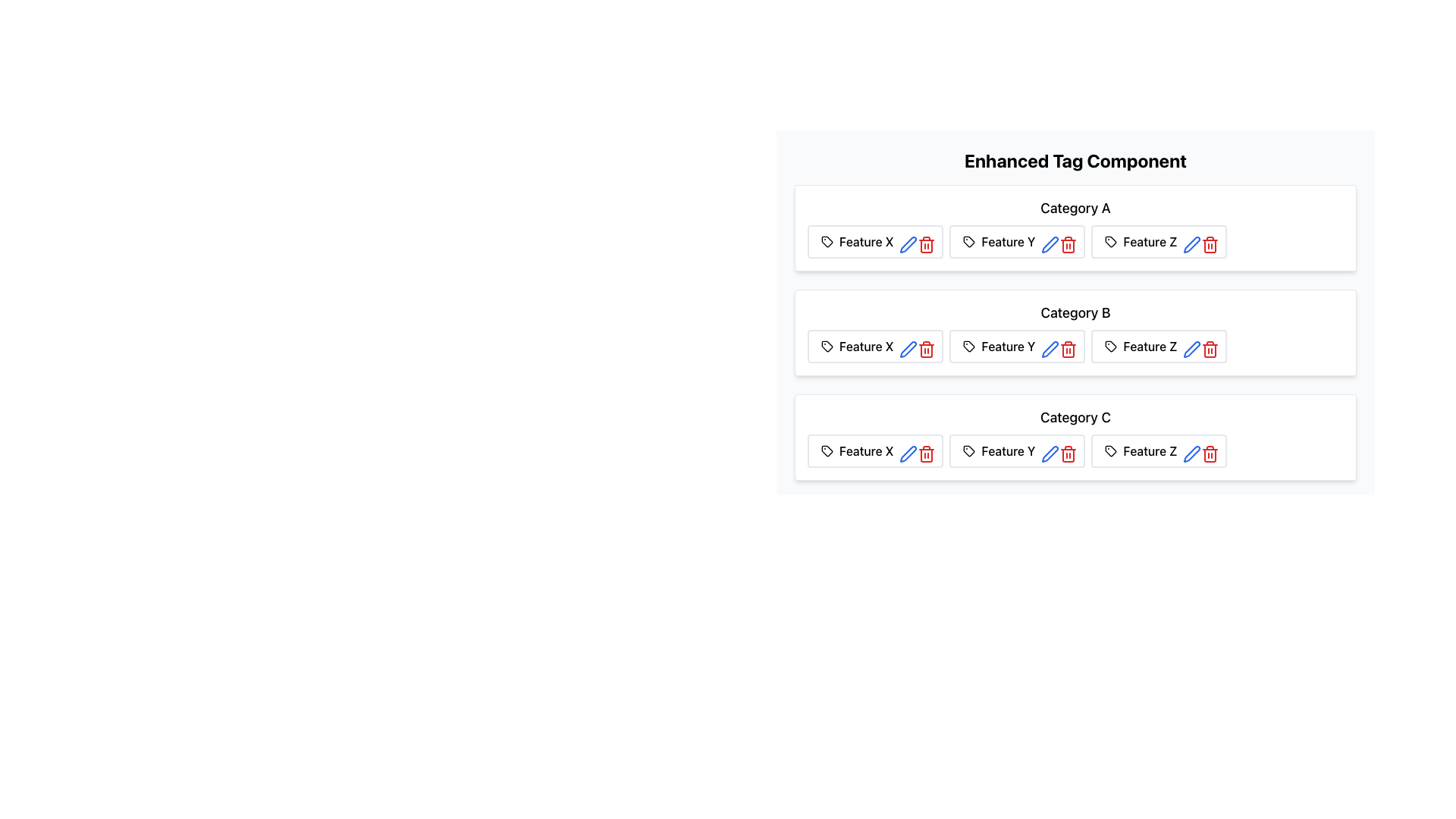  What do you see at coordinates (866, 346) in the screenshot?
I see `the text label identifying the feature in the 'Category B' section, which is the first label of the row containing a tag icon and additional controls` at bounding box center [866, 346].